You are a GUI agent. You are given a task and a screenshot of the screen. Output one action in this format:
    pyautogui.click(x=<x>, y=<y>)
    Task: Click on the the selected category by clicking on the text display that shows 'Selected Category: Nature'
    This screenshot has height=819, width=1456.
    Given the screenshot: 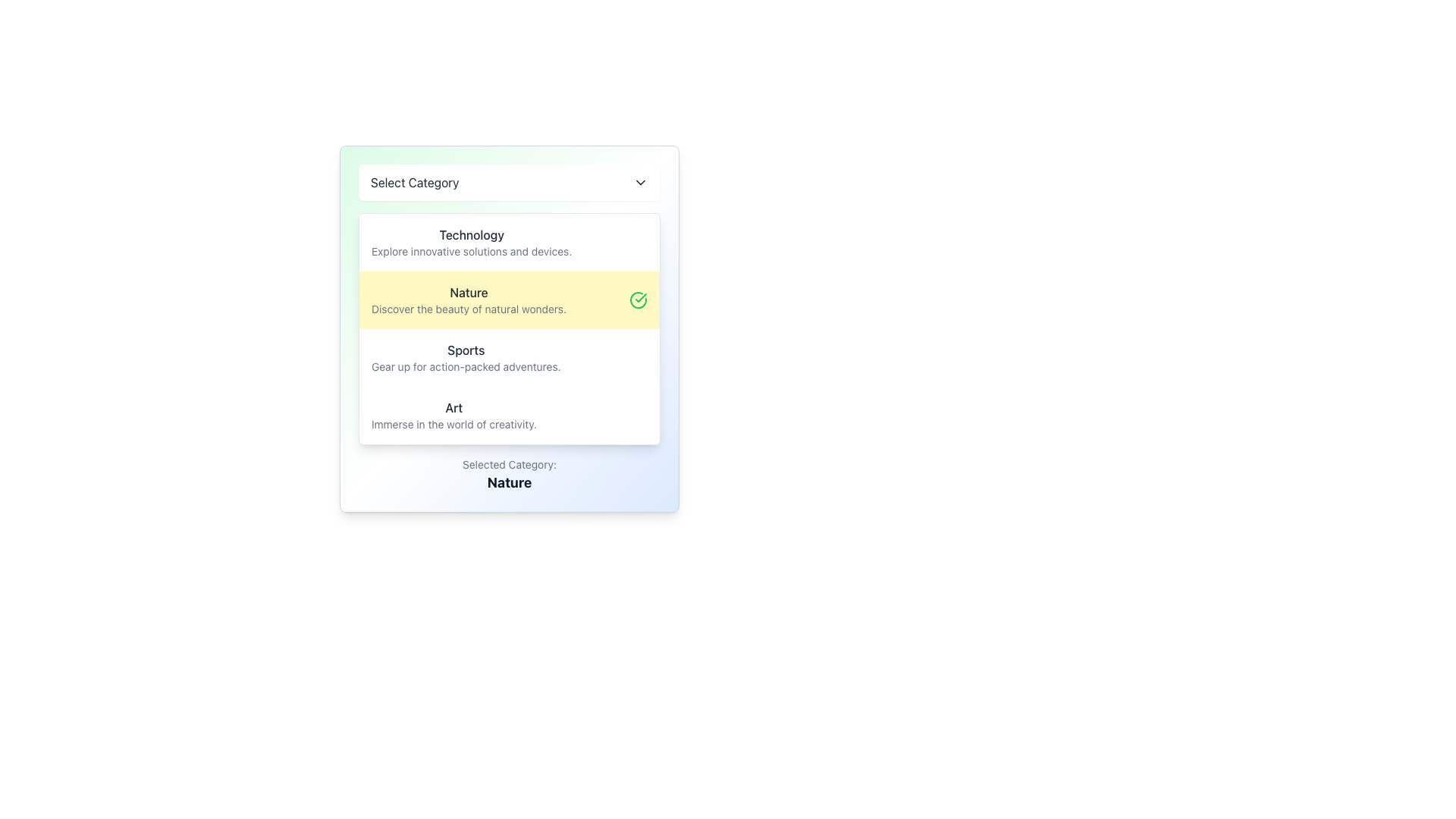 What is the action you would take?
    pyautogui.click(x=510, y=475)
    